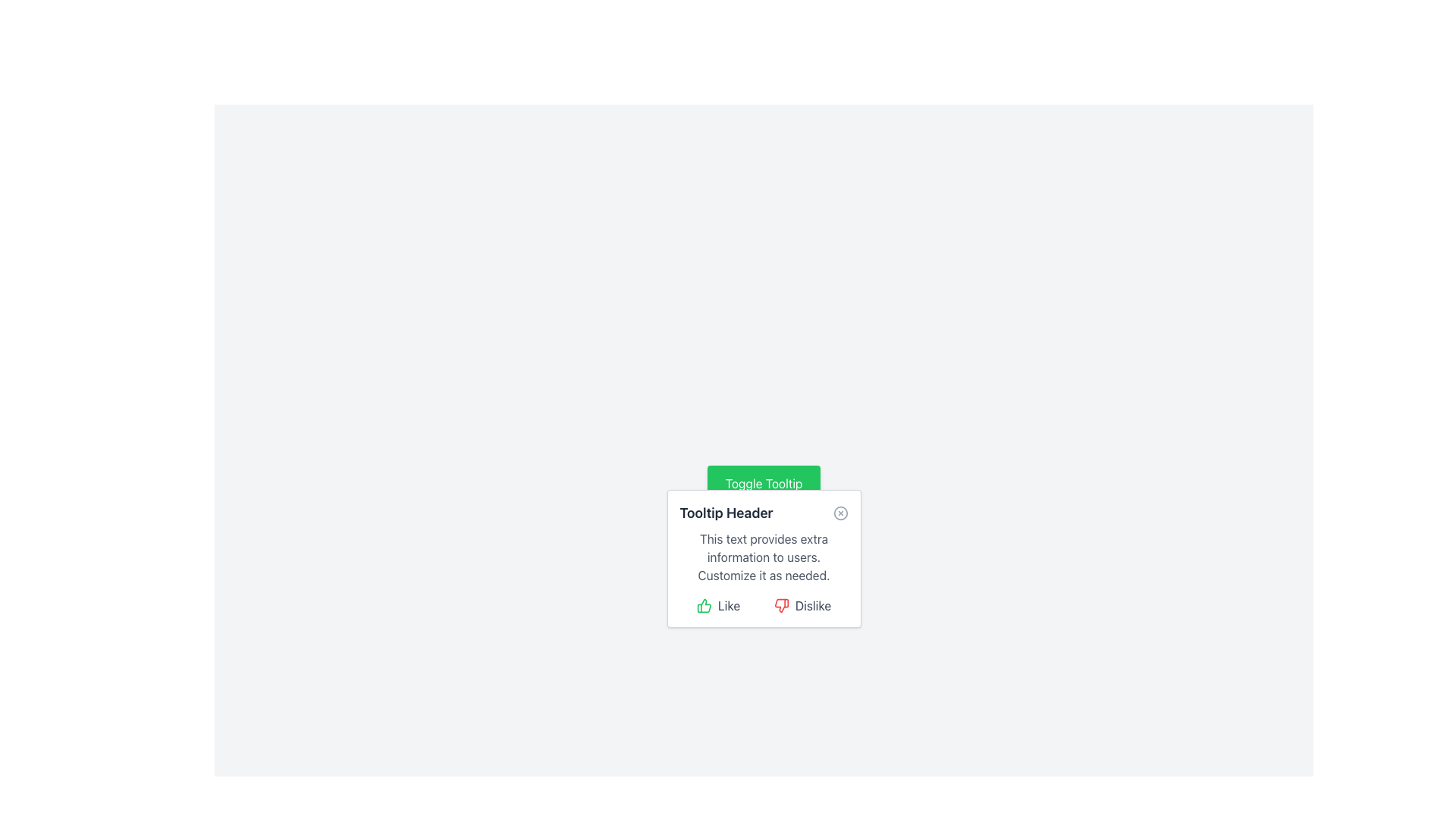  Describe the element at coordinates (802, 604) in the screenshot. I see `the disapproval button with an icon and text, which is the second interactive option within the tooltip card, located to the right of the 'Like' button at the bottom-center` at that location.